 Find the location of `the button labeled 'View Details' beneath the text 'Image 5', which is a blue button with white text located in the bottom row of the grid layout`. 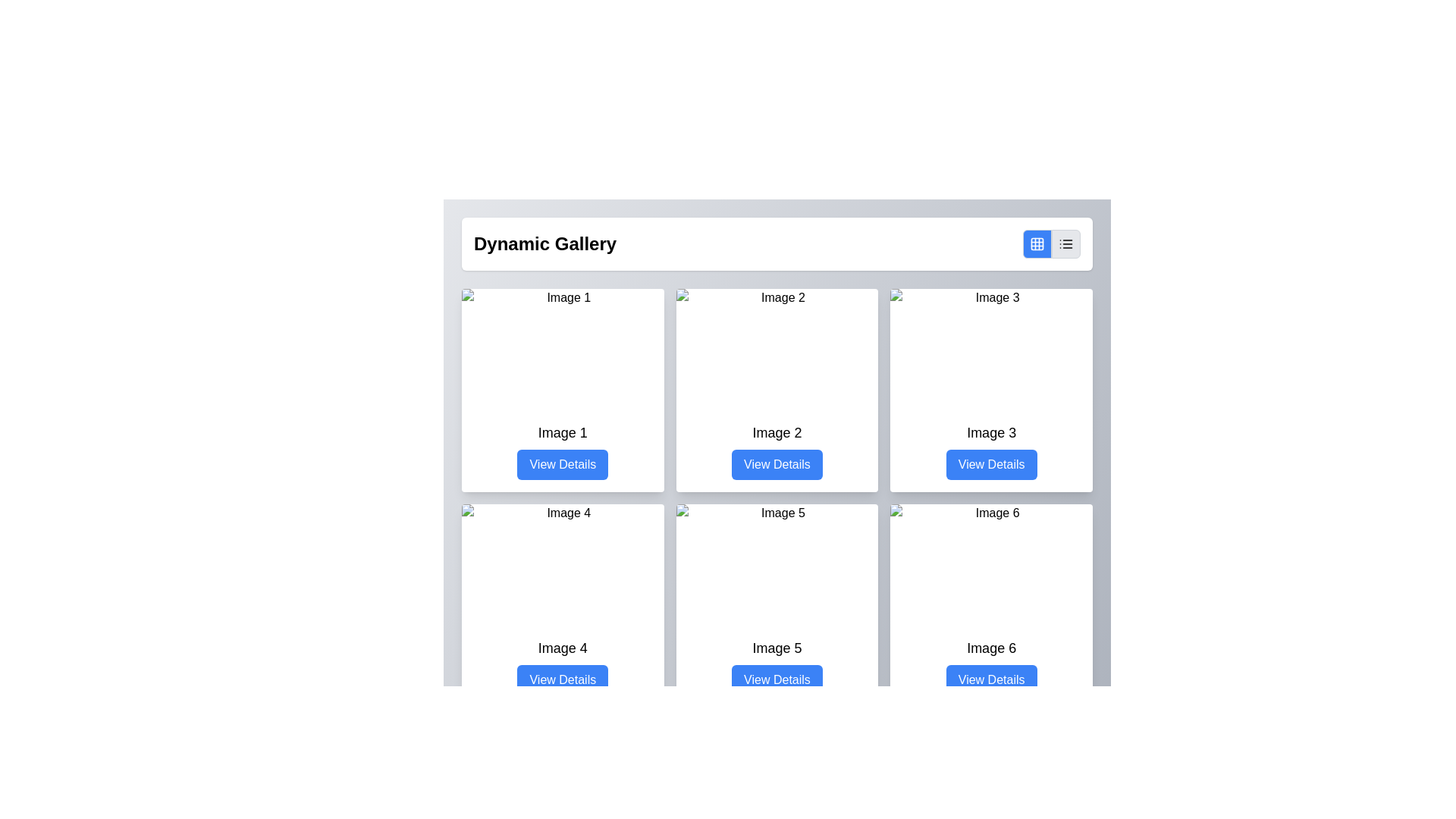

the button labeled 'View Details' beneath the text 'Image 5', which is a blue button with white text located in the bottom row of the grid layout is located at coordinates (777, 666).